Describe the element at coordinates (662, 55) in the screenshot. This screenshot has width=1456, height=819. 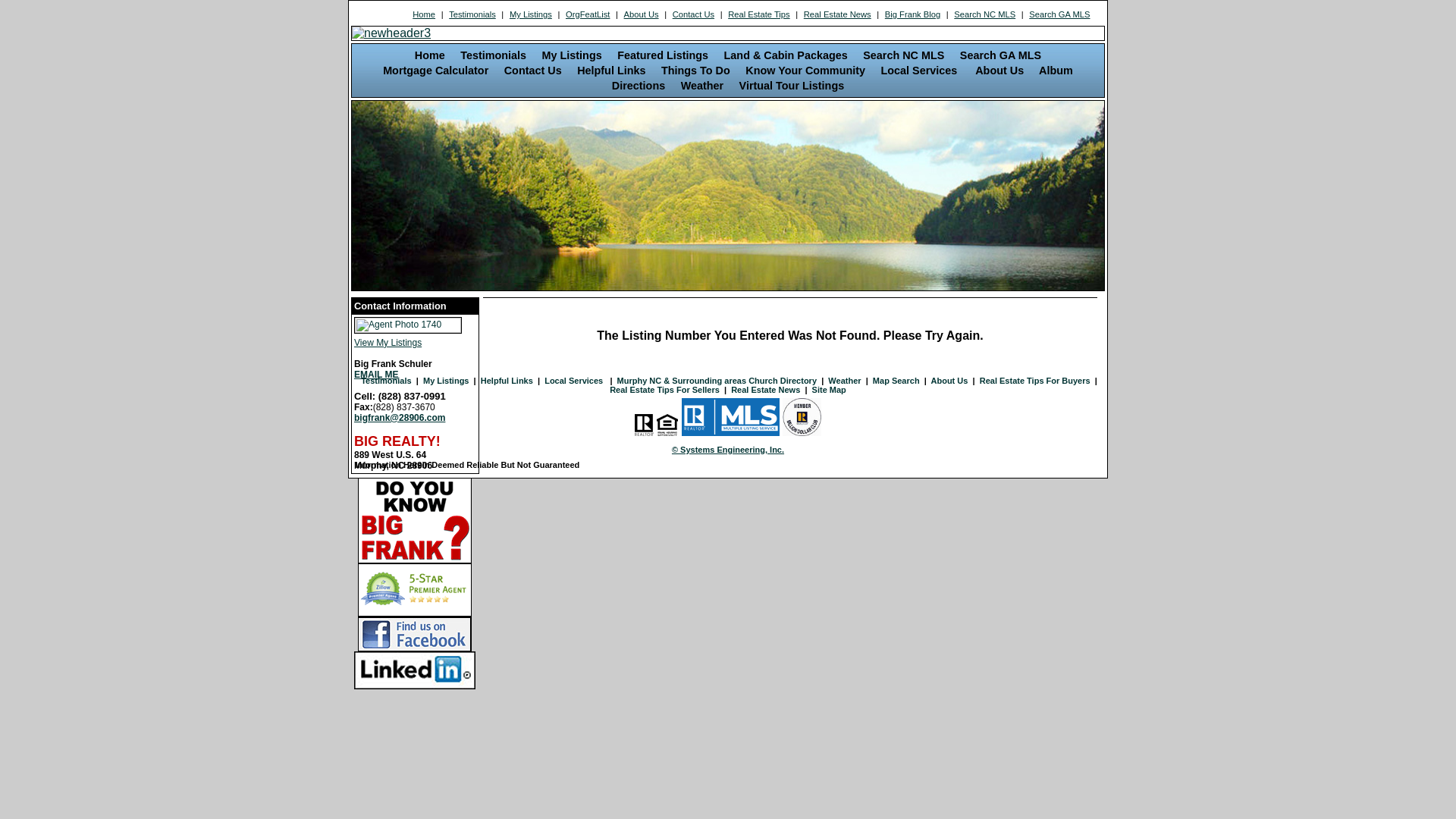
I see `'Featured Listings'` at that location.